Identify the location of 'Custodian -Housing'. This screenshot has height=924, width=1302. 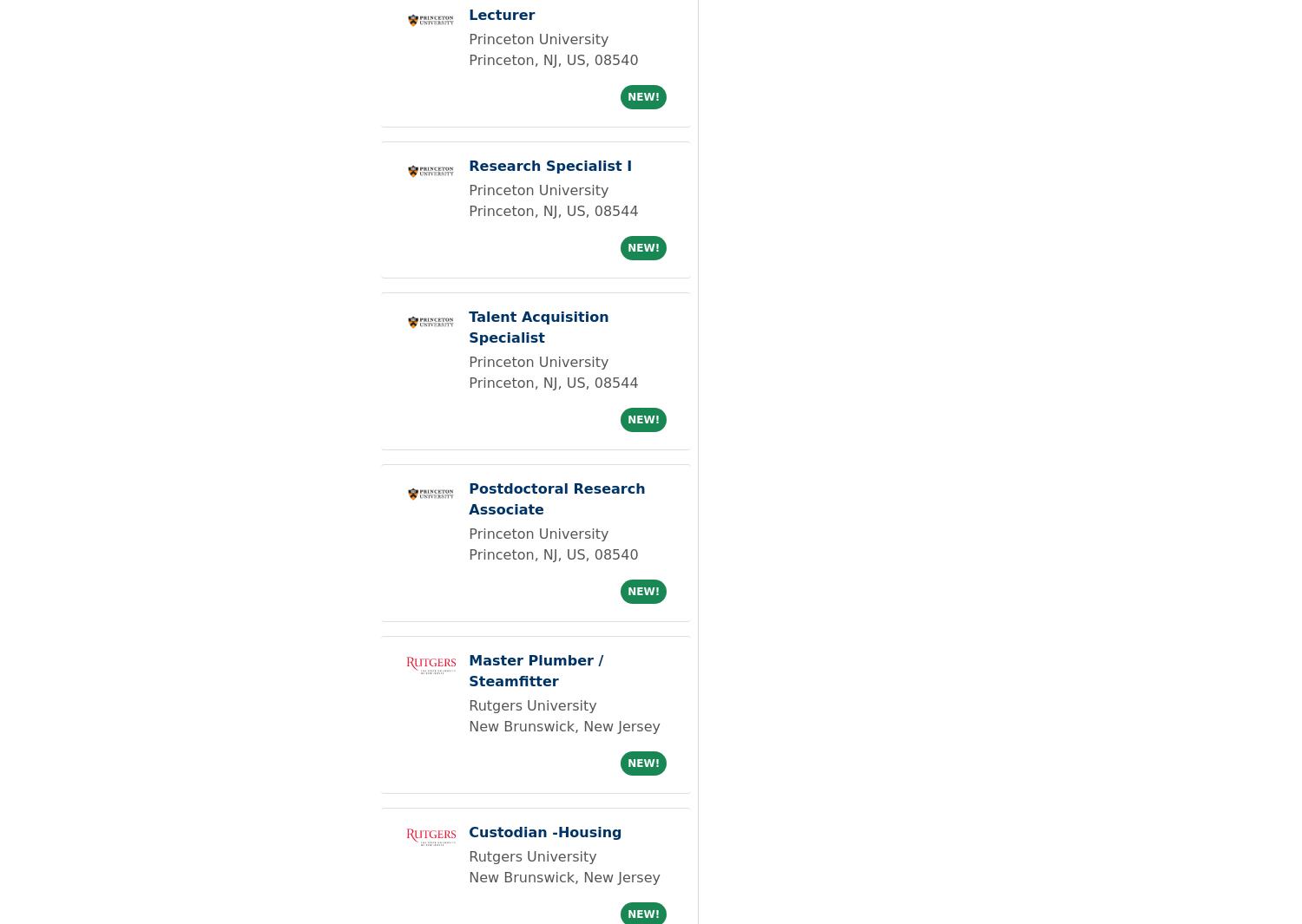
(545, 832).